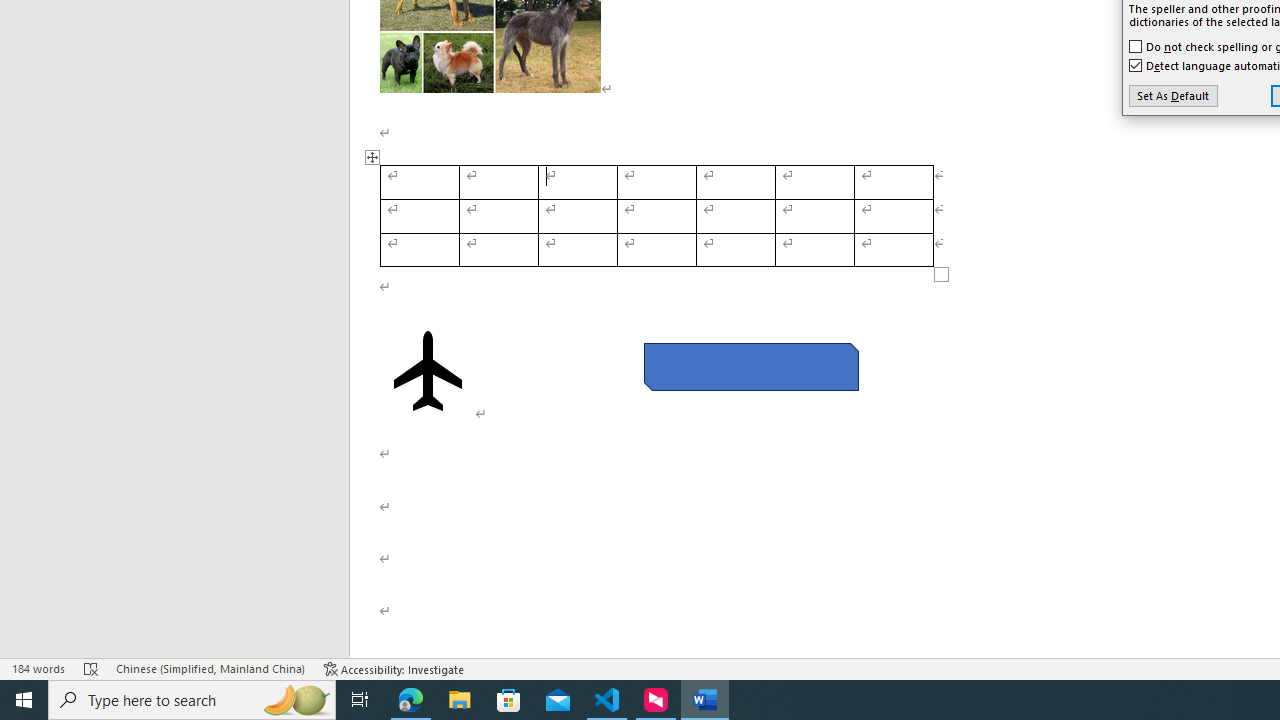 The image size is (1280, 720). Describe the element at coordinates (394, 669) in the screenshot. I see `'Accessibility Checker Accessibility: Investigate'` at that location.